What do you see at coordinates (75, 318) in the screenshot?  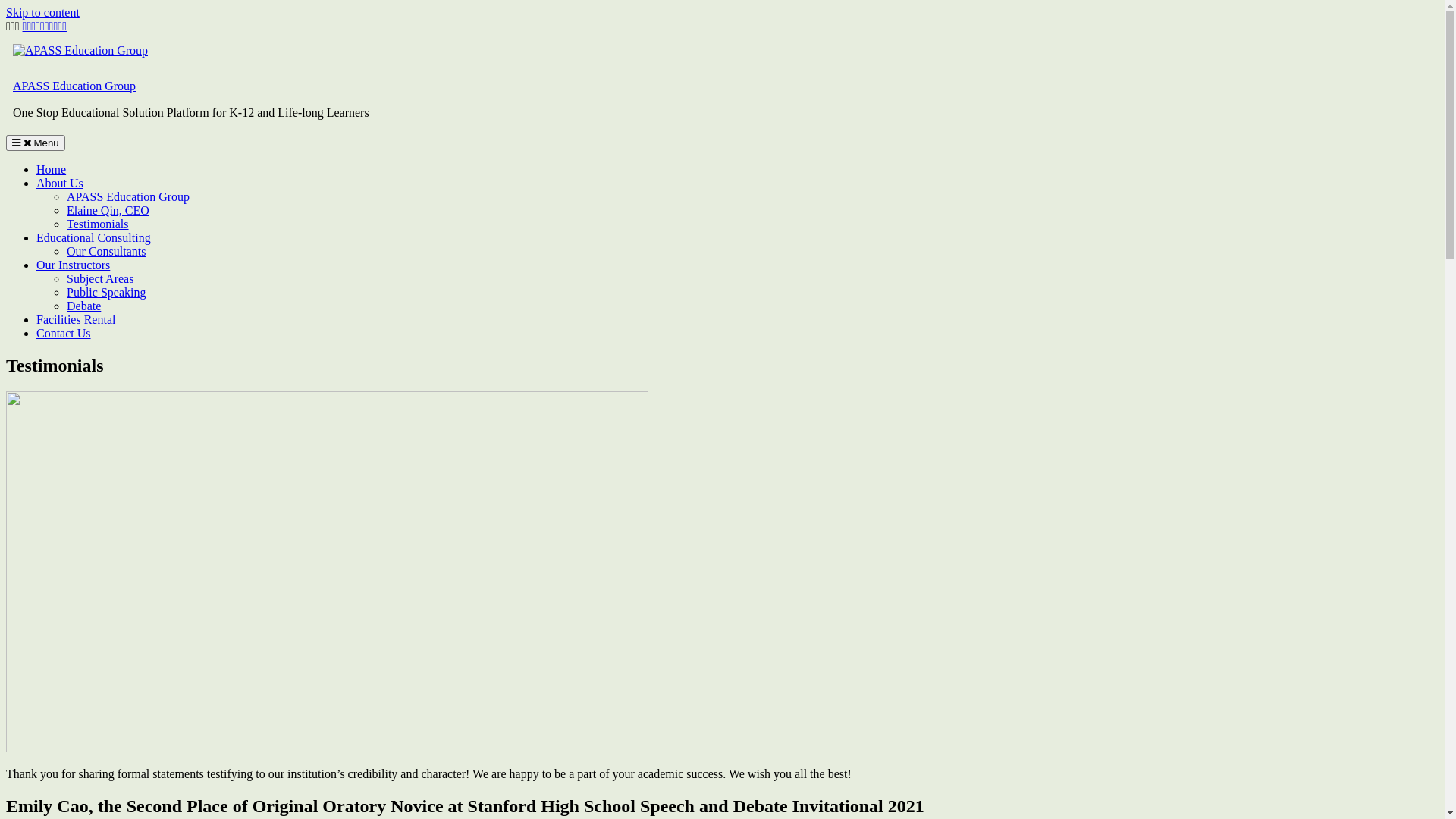 I see `'Facilities Rental'` at bounding box center [75, 318].